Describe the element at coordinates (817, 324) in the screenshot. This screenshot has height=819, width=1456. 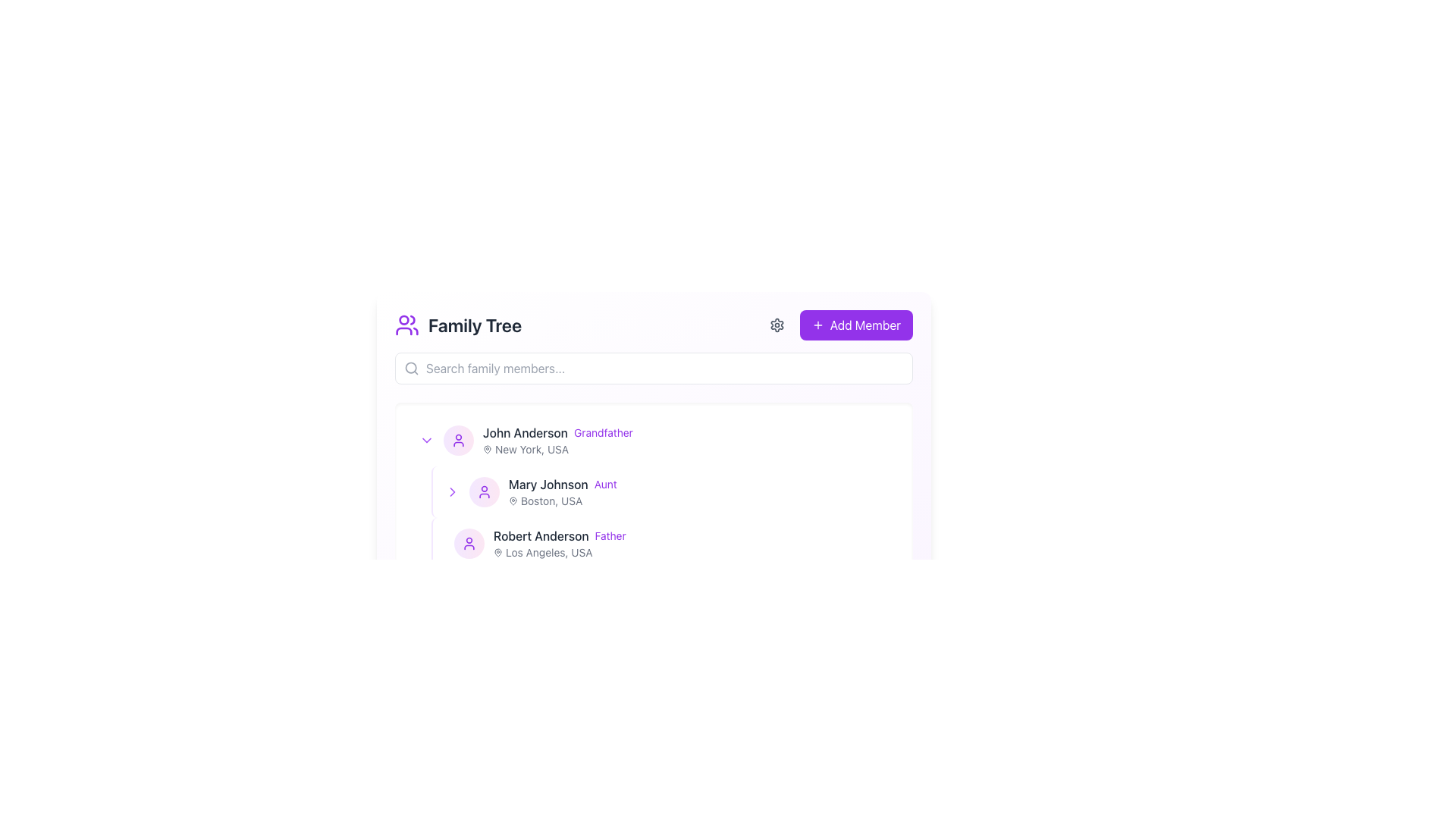
I see `the '+' icon located inside the purple 'Add Member' button at the top-right corner of the interface` at that location.